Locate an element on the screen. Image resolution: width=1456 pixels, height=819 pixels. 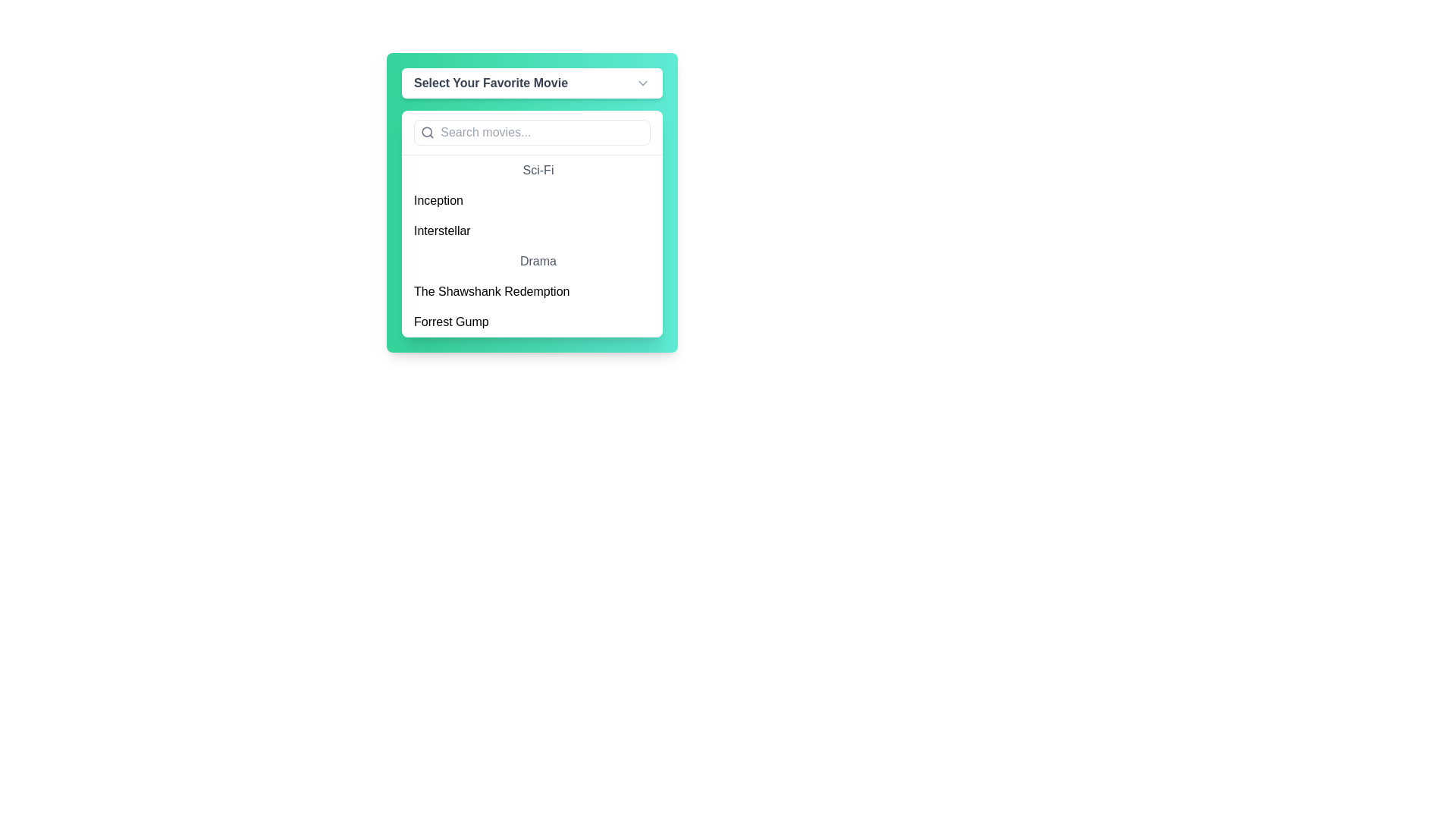
the selectable option for the movie 'The Shawshank Redemption' in the dropdown list, which is the first option under the 'Drama' category is located at coordinates (532, 292).